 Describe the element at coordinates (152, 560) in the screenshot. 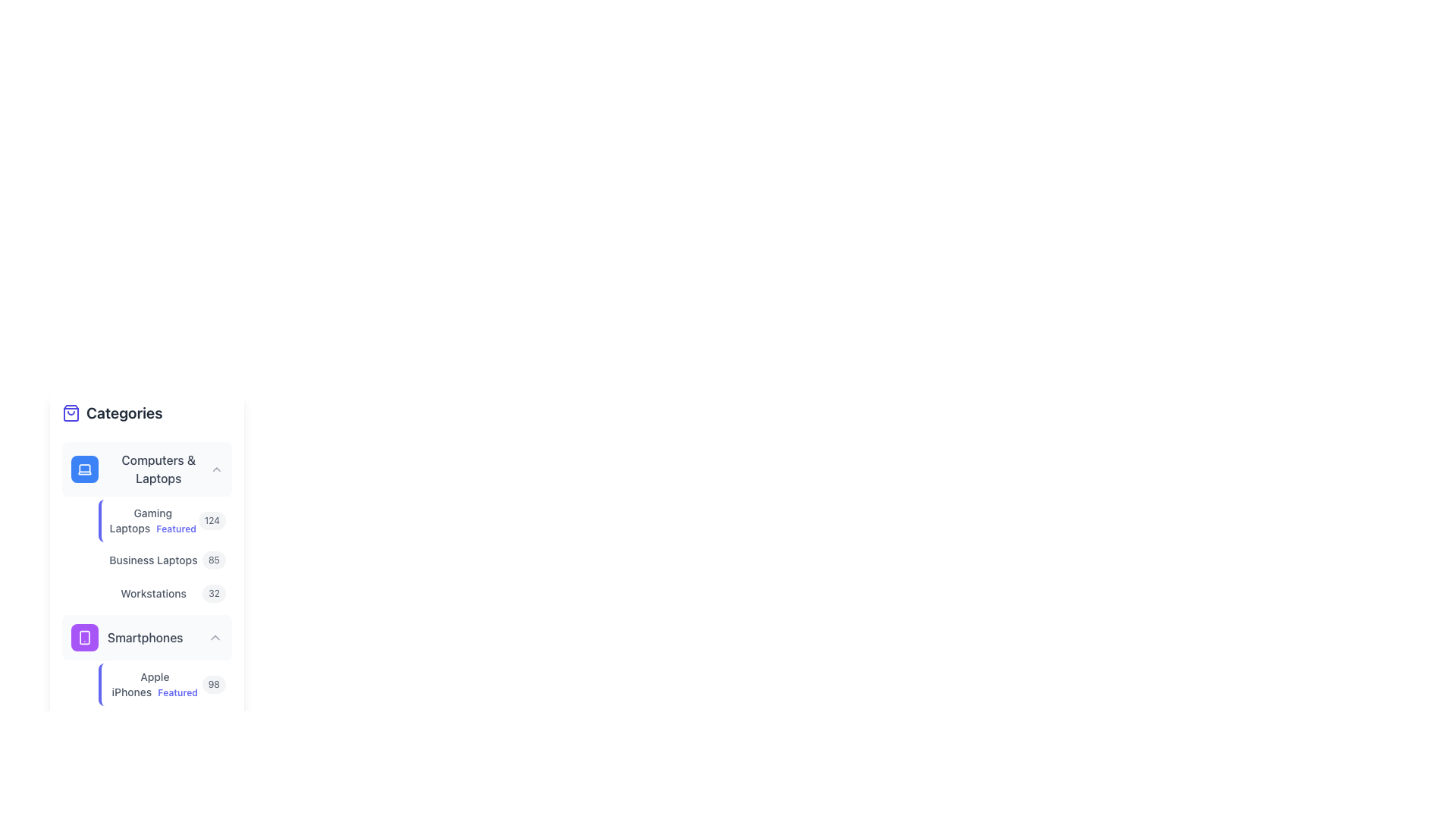

I see `the 'Business Laptops' hyperlink, which is styled in gray and appears as the second item in the 'Computers & Laptops' category menu` at that location.